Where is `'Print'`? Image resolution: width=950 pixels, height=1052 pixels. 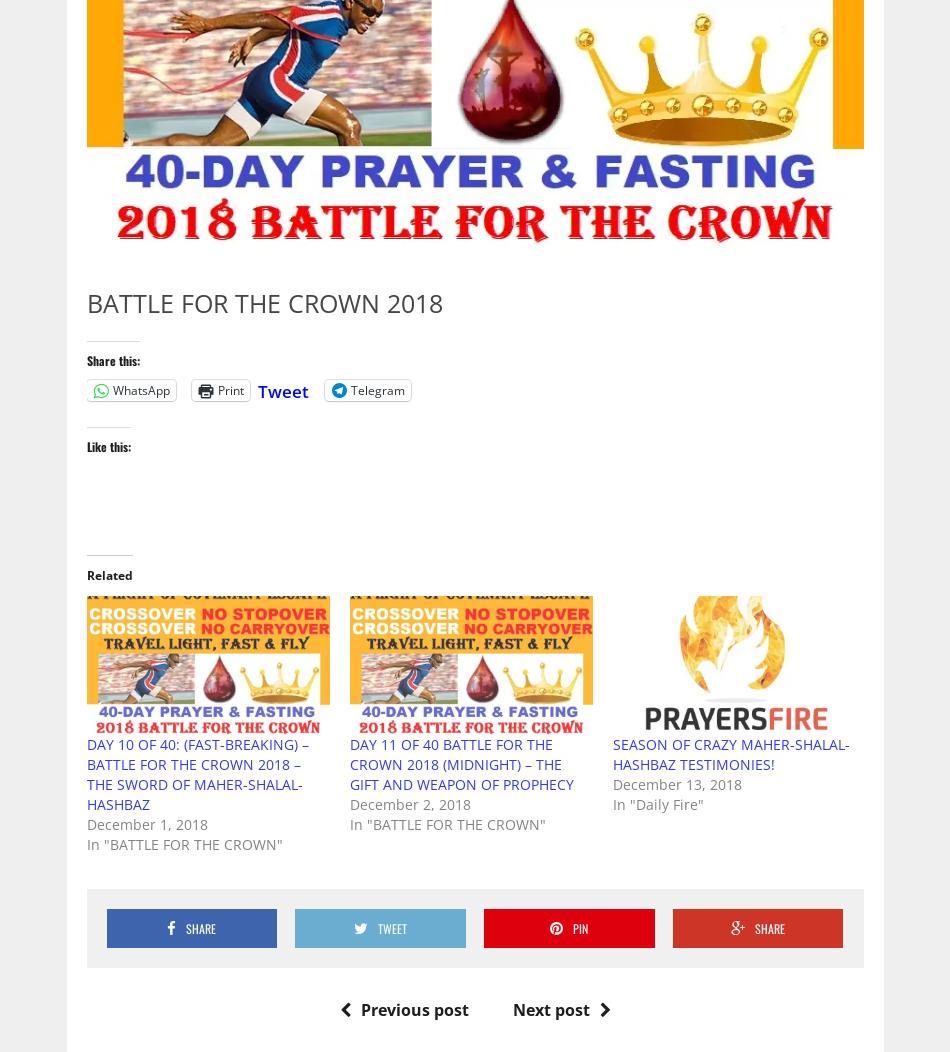 'Print' is located at coordinates (229, 389).